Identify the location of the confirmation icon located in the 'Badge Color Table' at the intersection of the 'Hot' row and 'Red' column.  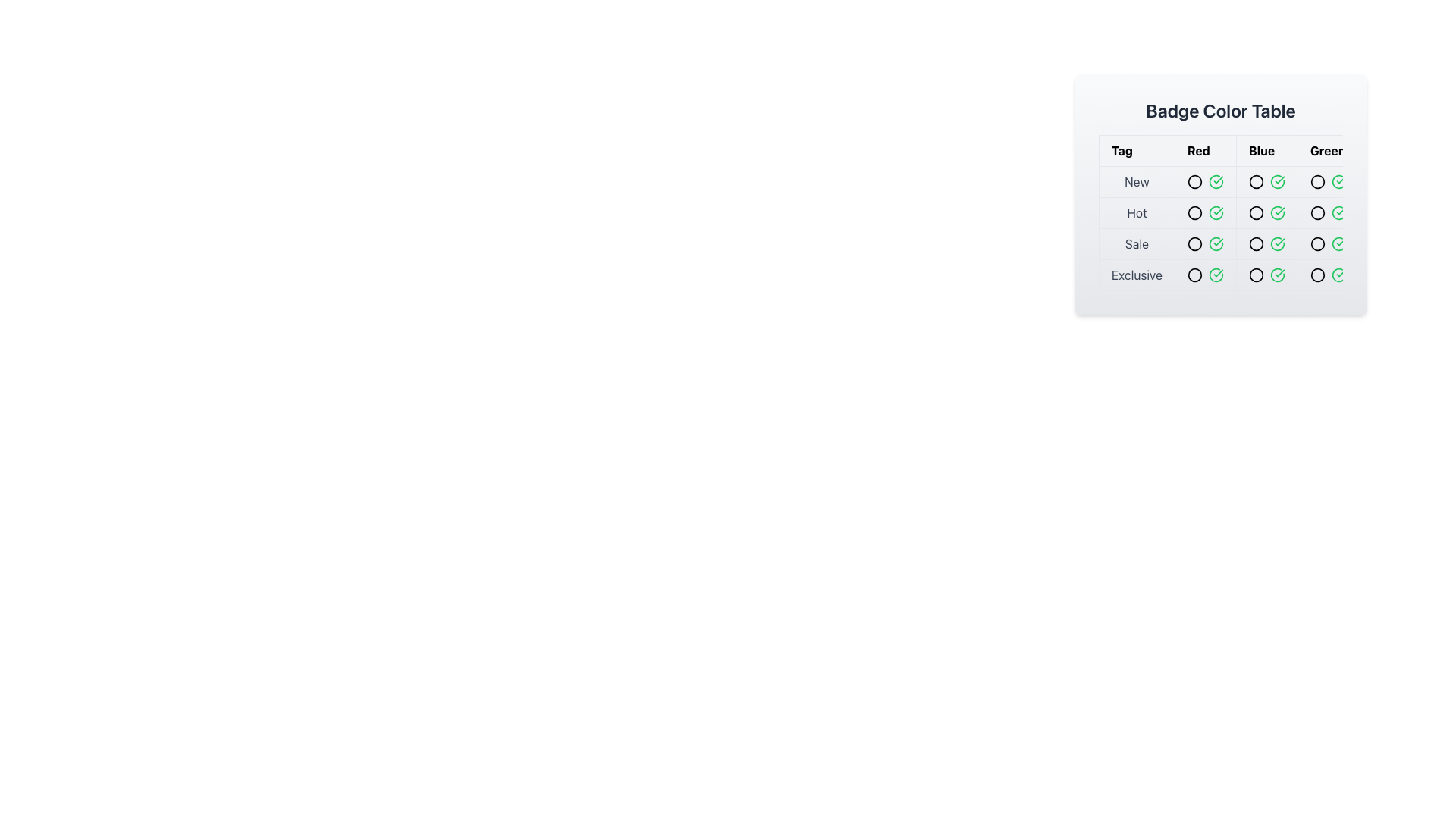
(1216, 213).